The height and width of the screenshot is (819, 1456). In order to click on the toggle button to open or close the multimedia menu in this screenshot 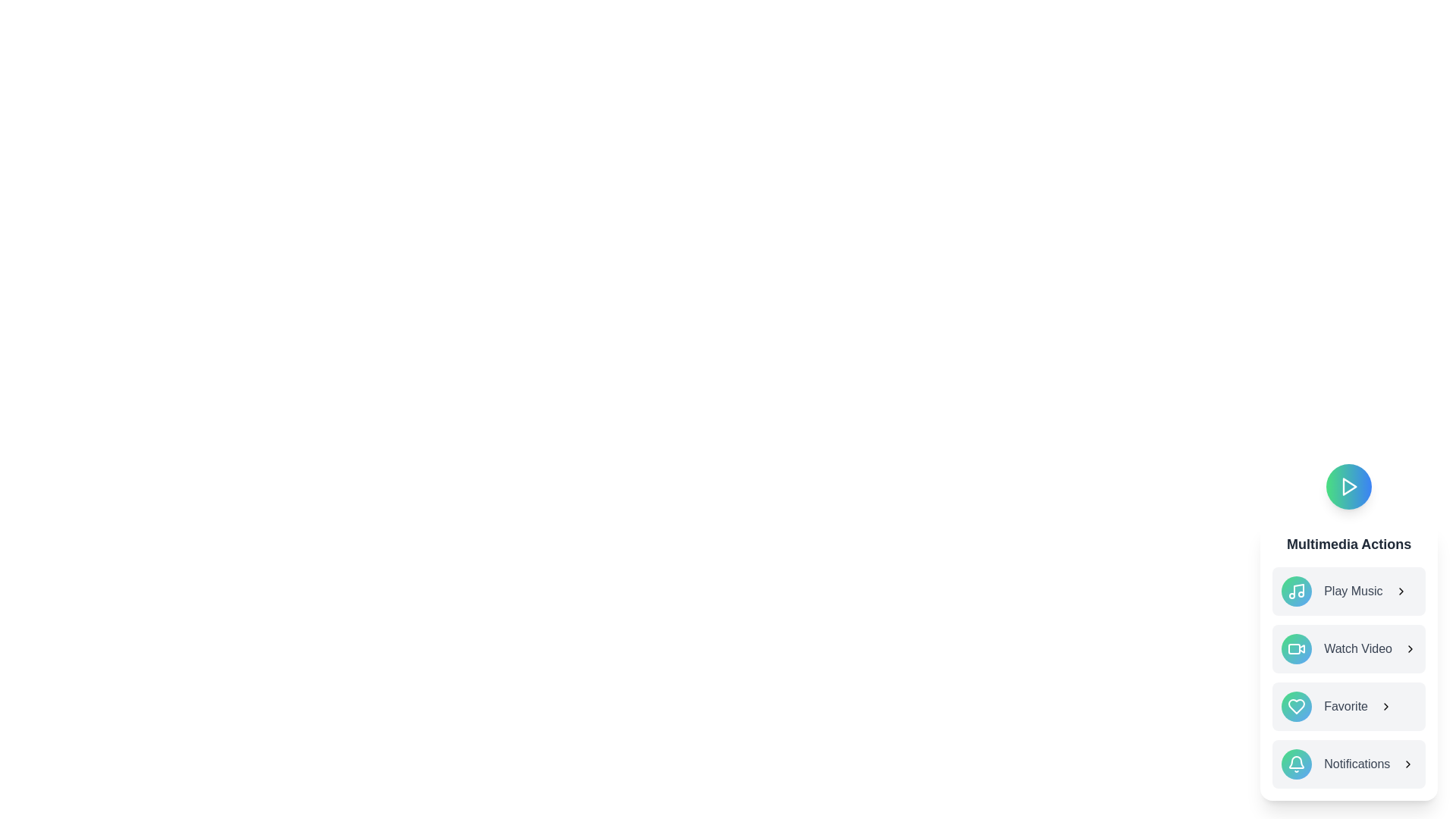, I will do `click(1349, 486)`.